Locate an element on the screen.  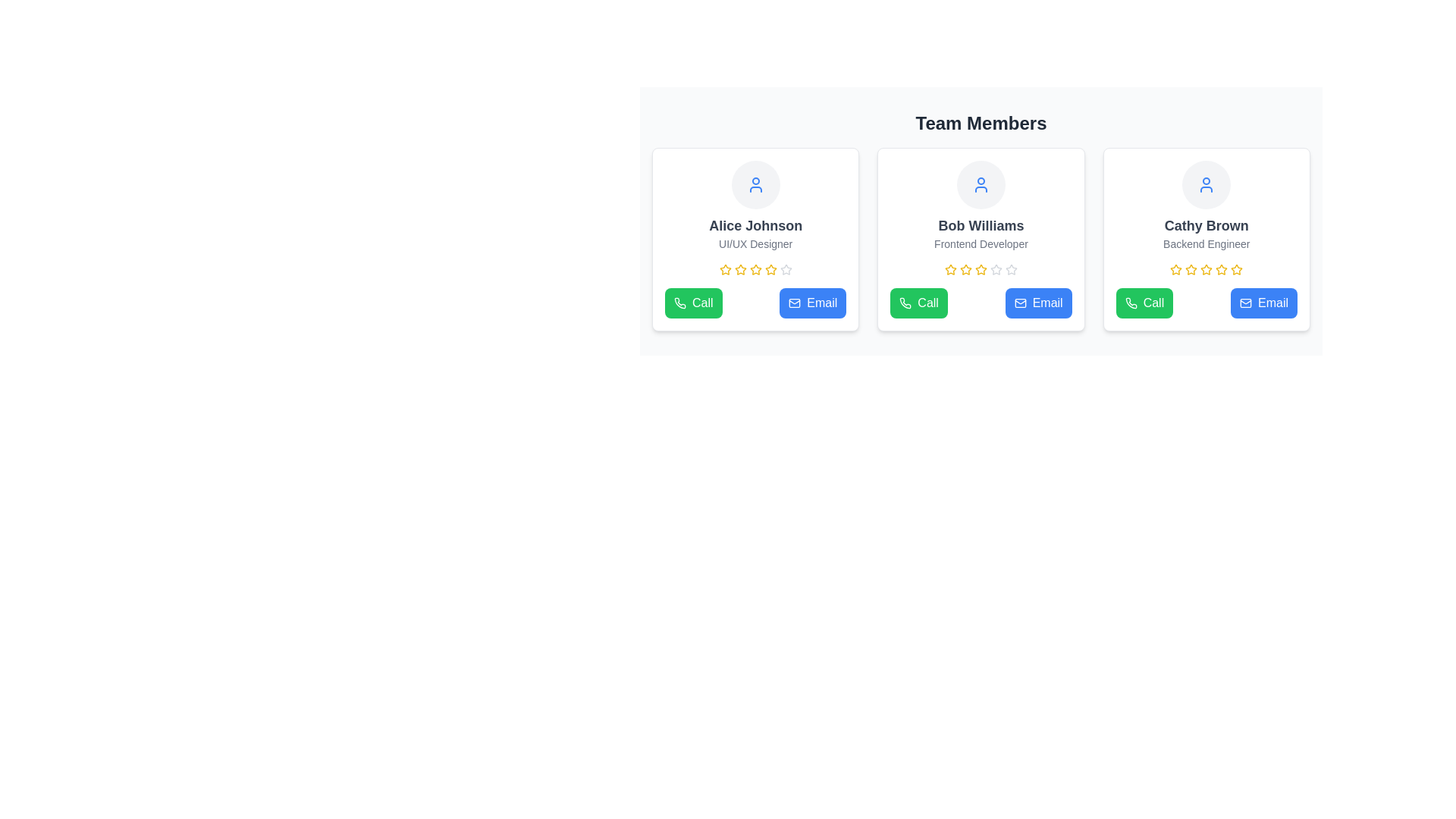
the fifth gray star-shaped icon in the rating system located underneath the 'Bob Williams' profile card in the 'Team Members' section is located at coordinates (996, 268).